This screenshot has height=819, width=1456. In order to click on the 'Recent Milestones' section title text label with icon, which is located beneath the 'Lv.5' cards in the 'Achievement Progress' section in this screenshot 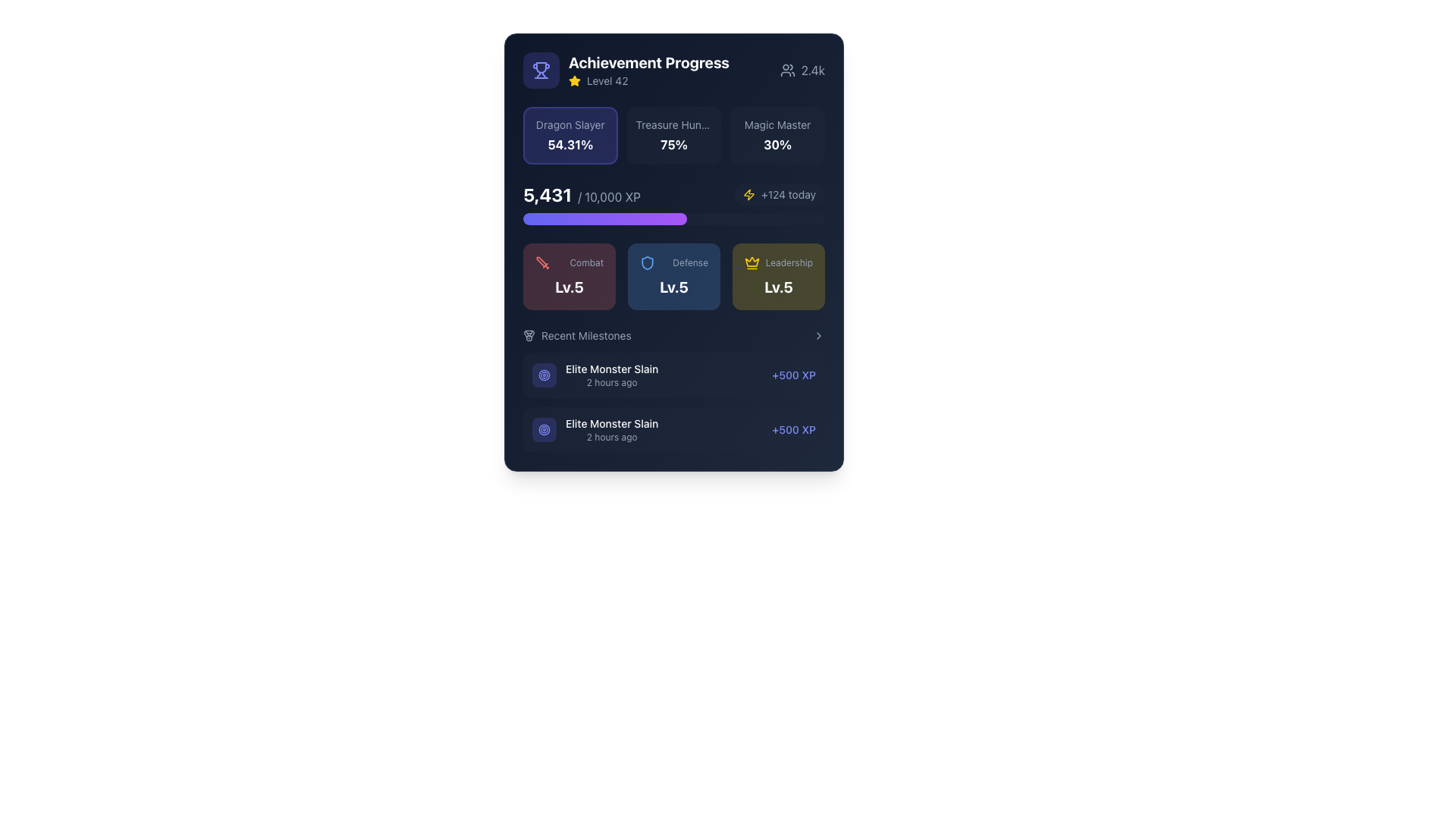, I will do `click(576, 335)`.